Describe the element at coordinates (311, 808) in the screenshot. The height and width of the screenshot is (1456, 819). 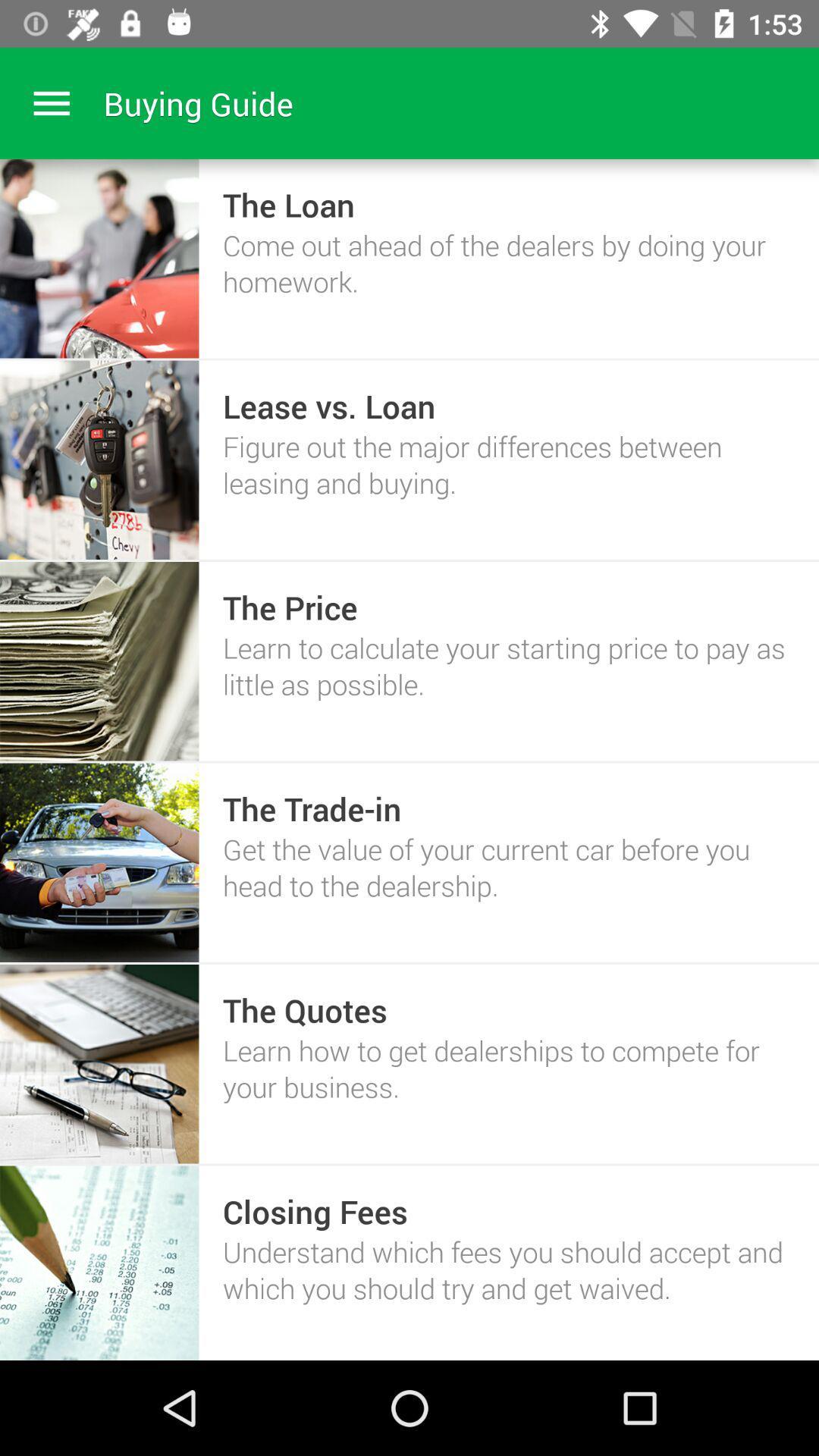
I see `icon below the learn to calculate item` at that location.